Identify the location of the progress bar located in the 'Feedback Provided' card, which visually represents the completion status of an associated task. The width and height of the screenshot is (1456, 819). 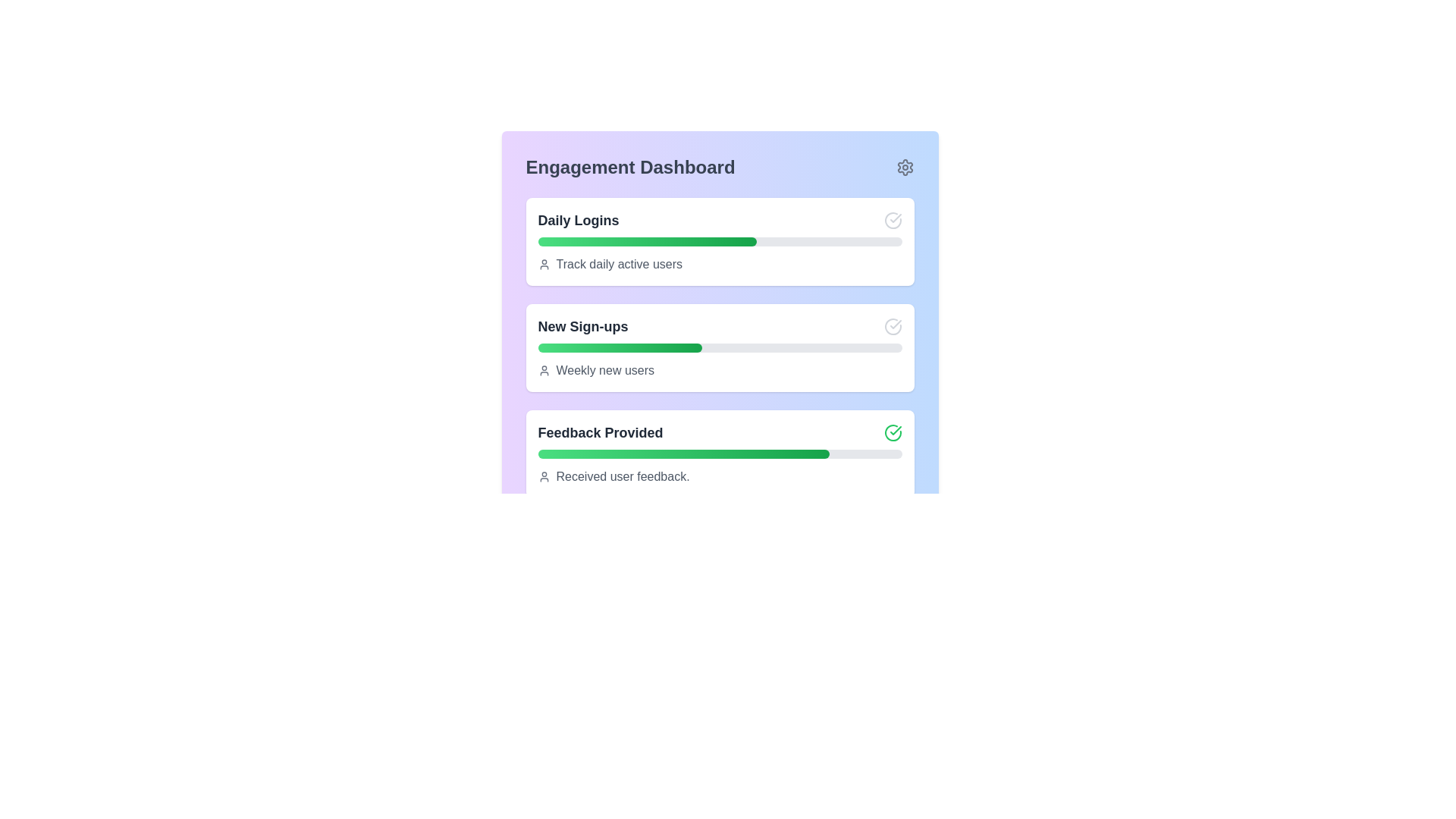
(682, 453).